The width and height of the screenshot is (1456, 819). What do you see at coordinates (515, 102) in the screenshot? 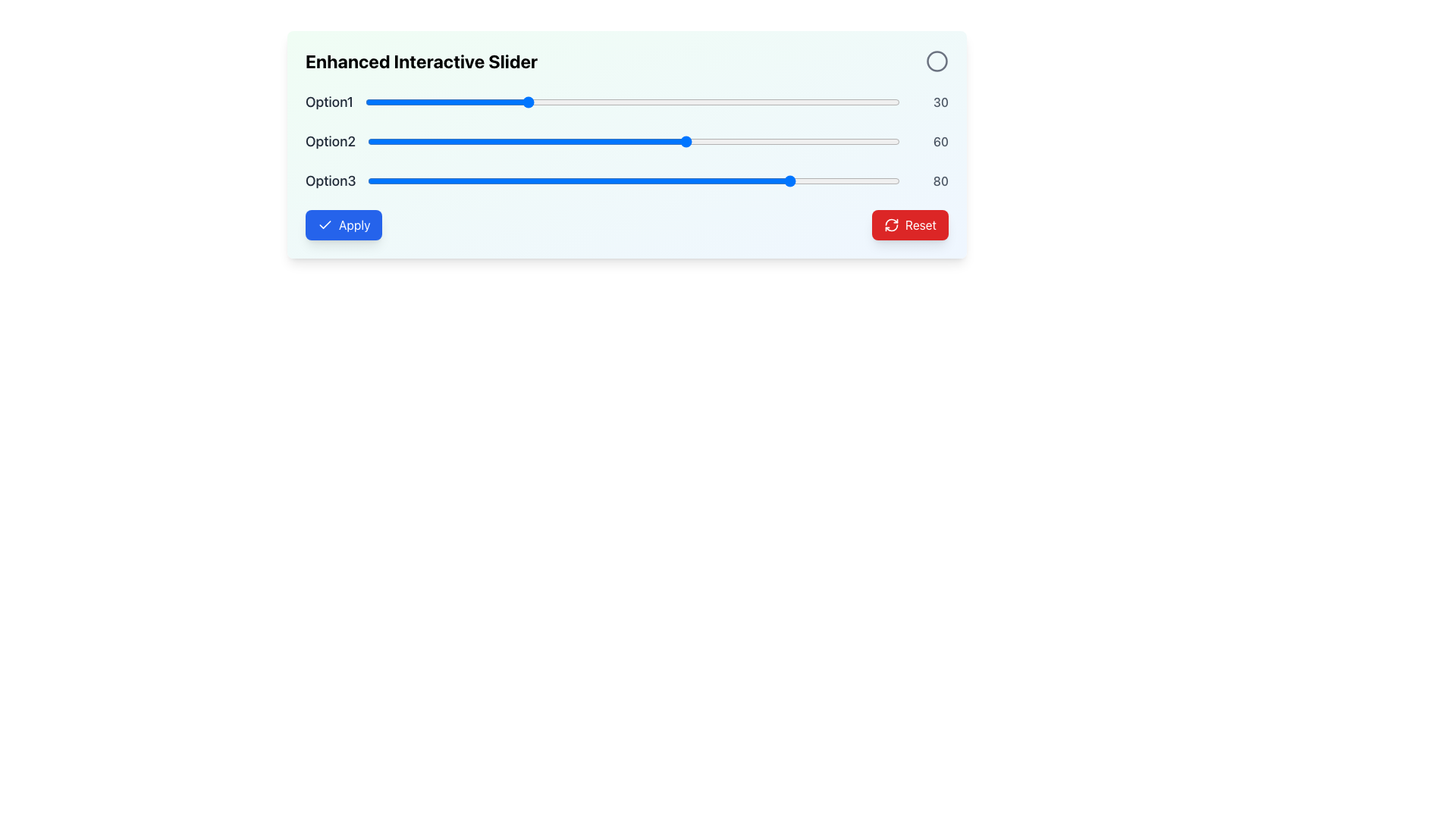
I see `the slider` at bounding box center [515, 102].